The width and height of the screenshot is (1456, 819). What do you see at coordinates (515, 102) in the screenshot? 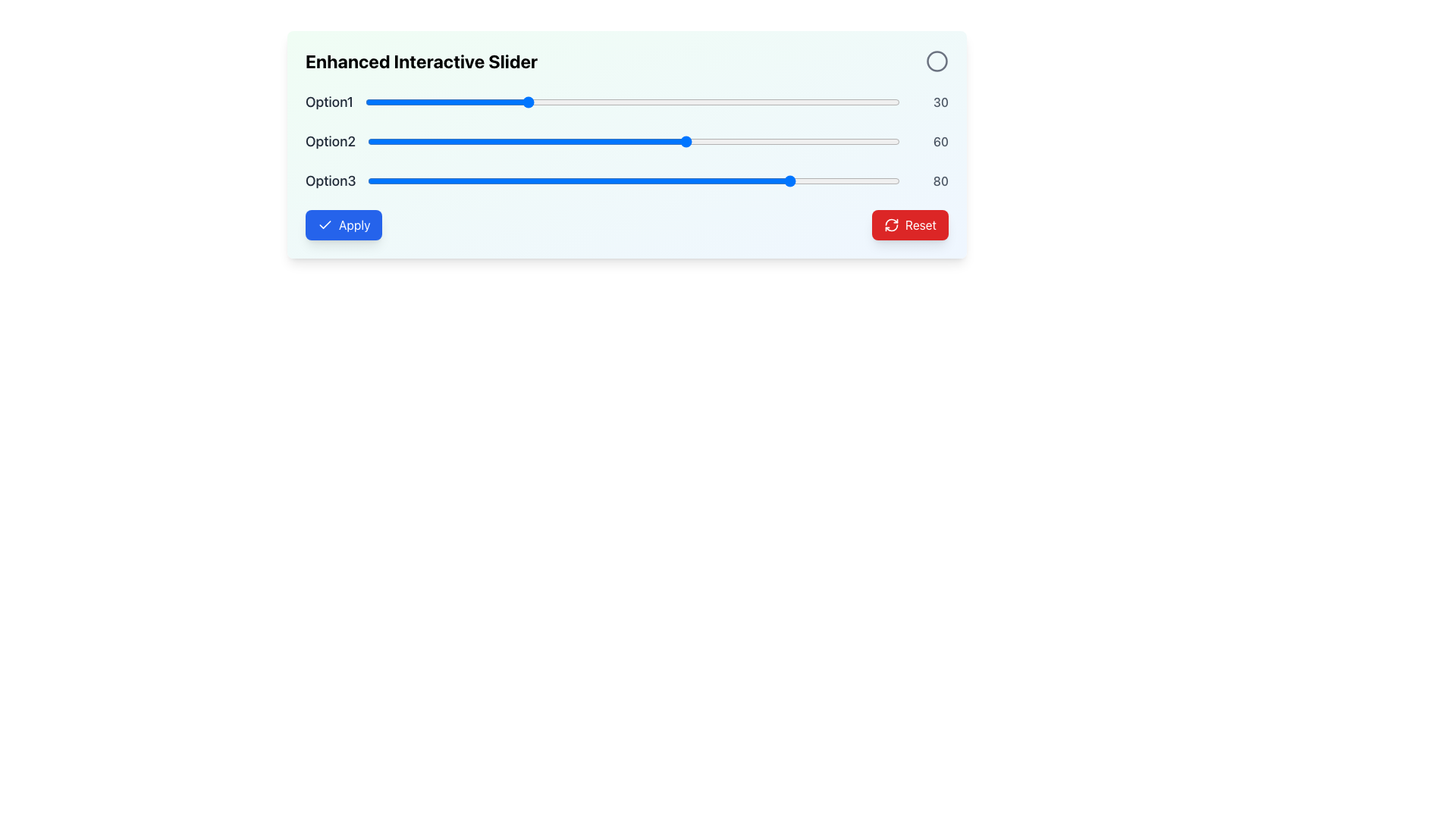
I see `the slider` at bounding box center [515, 102].